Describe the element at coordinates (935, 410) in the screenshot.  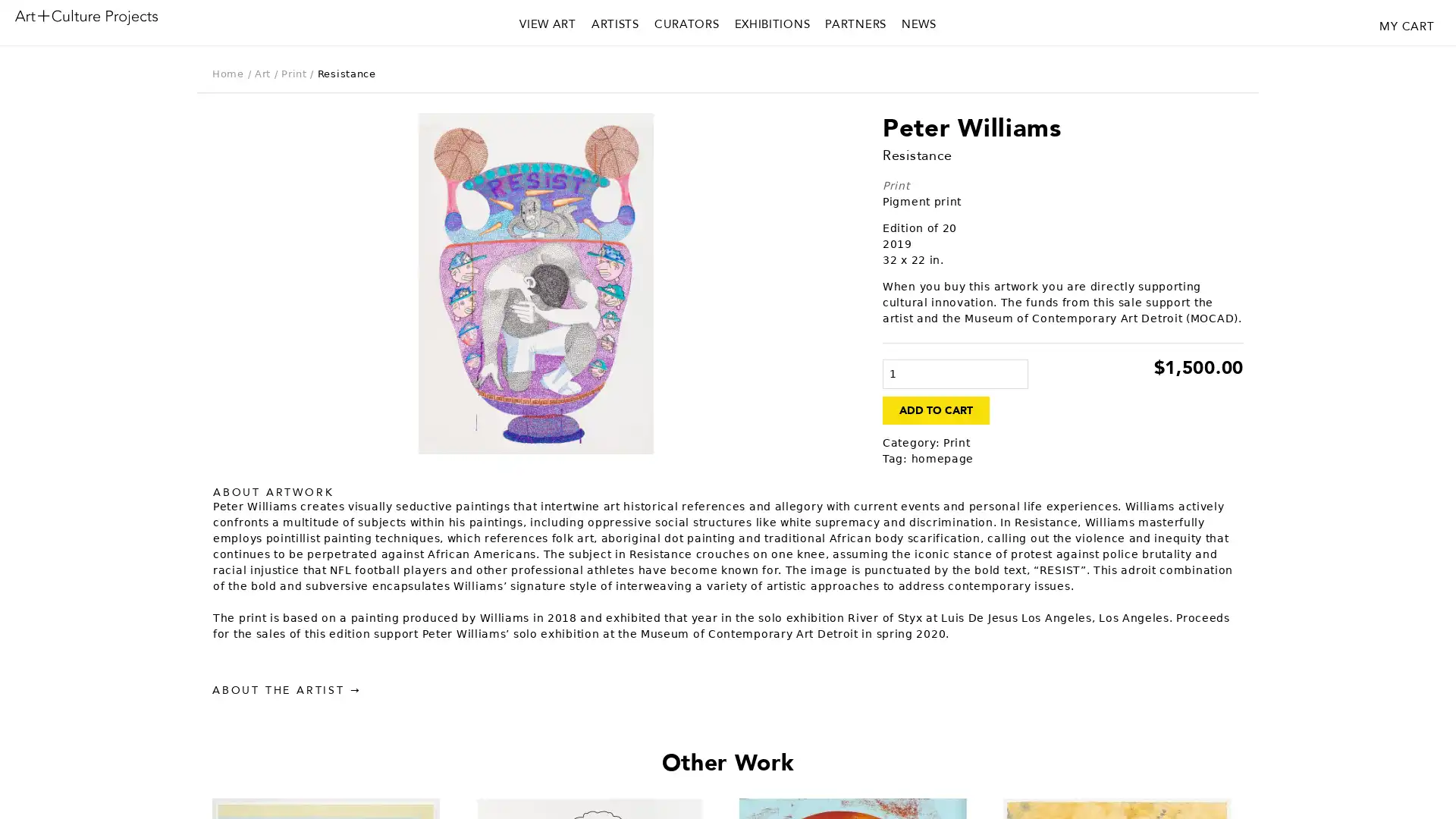
I see `ADD TO CART` at that location.